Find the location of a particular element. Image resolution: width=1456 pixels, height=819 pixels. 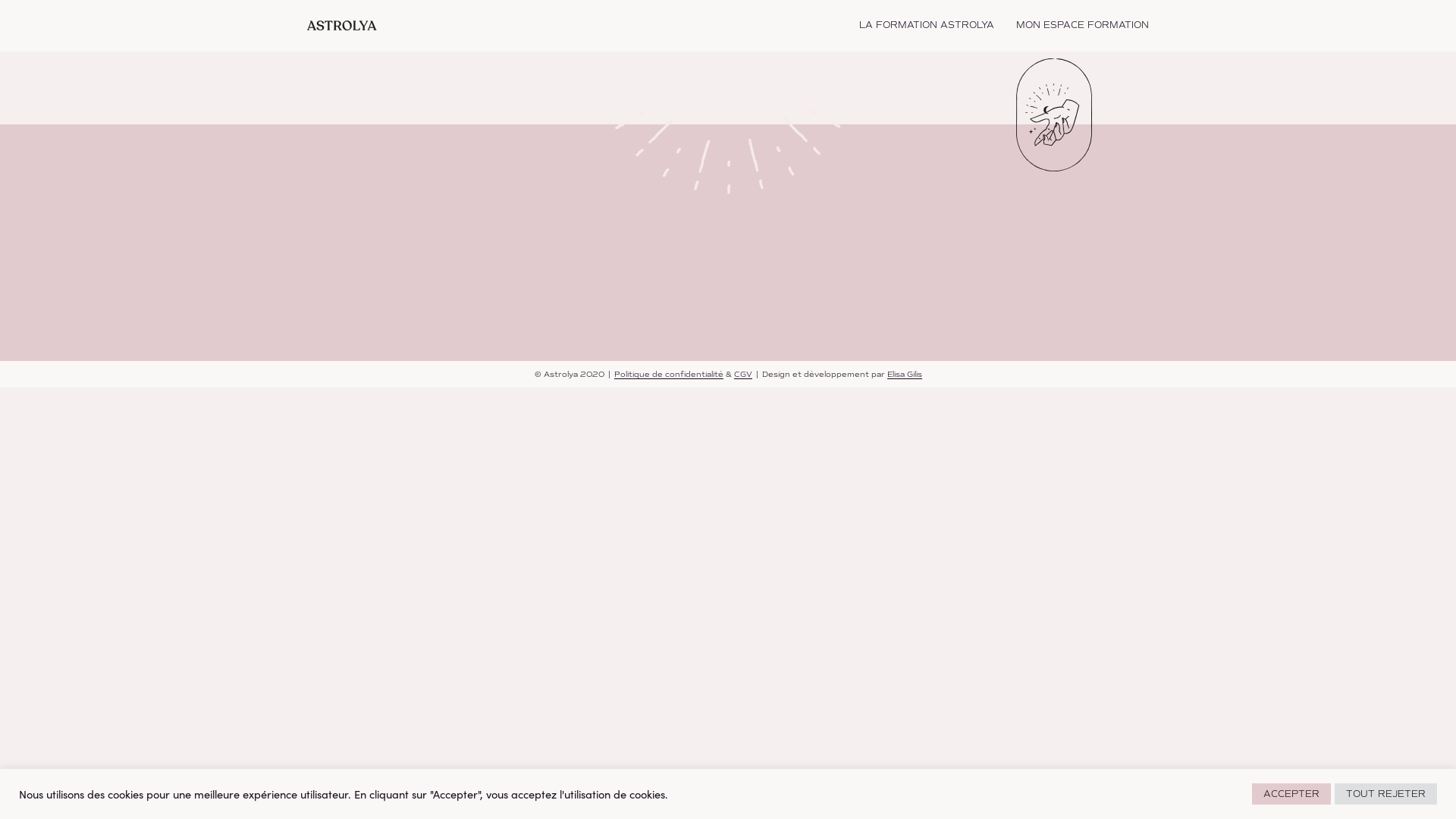

'TOUT REJETER' is located at coordinates (1385, 792).